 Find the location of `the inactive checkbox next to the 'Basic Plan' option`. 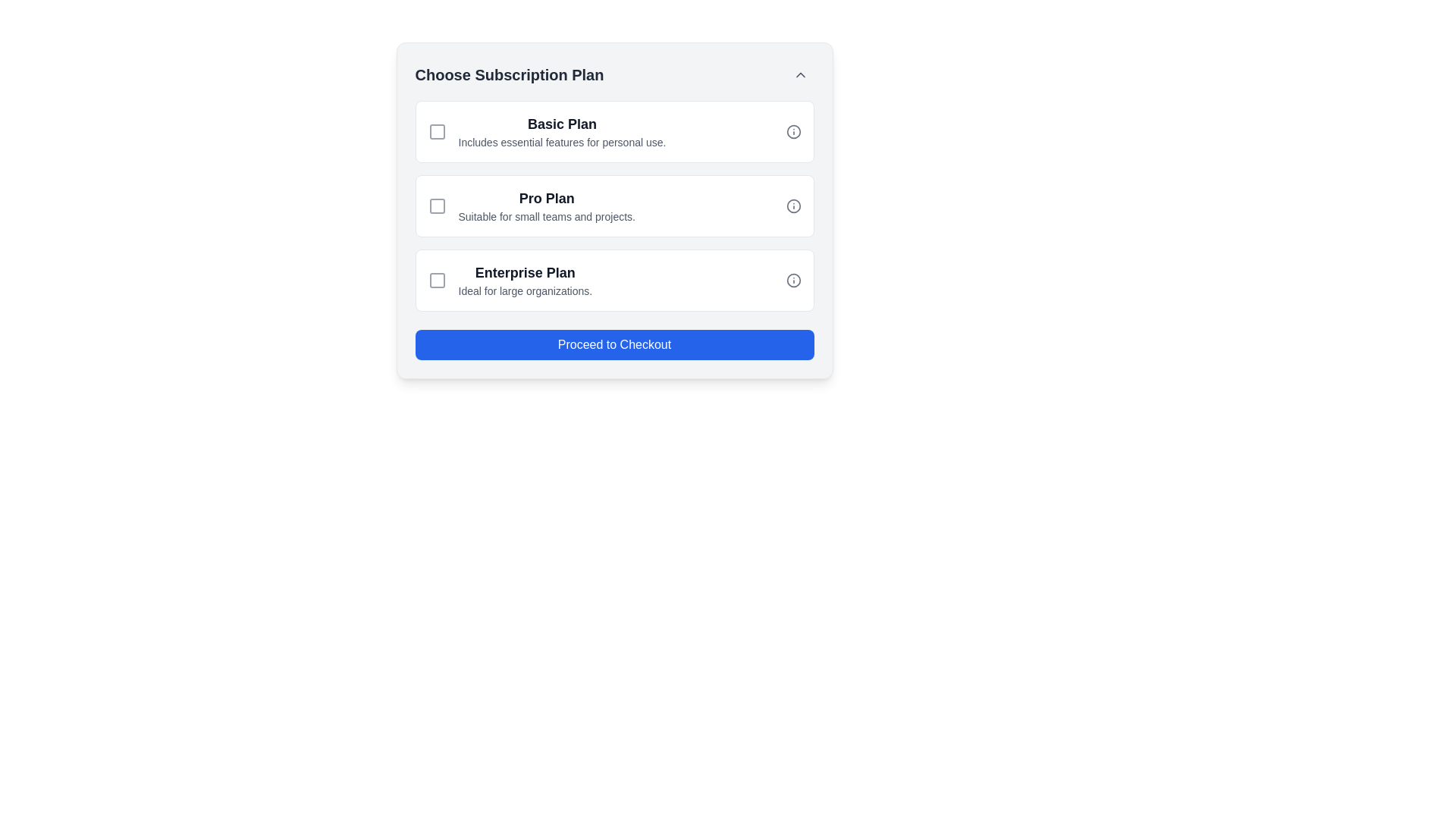

the inactive checkbox next to the 'Basic Plan' option is located at coordinates (436, 130).